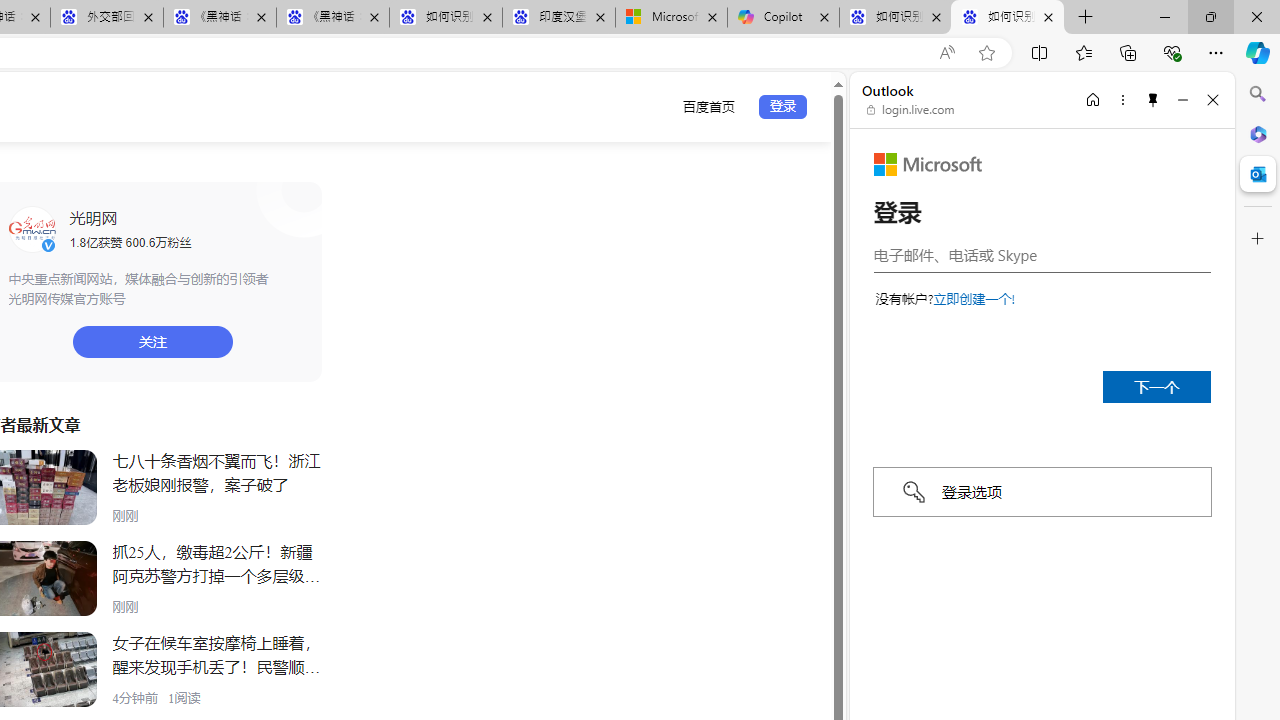  What do you see at coordinates (782, 17) in the screenshot?
I see `'Copilot'` at bounding box center [782, 17].